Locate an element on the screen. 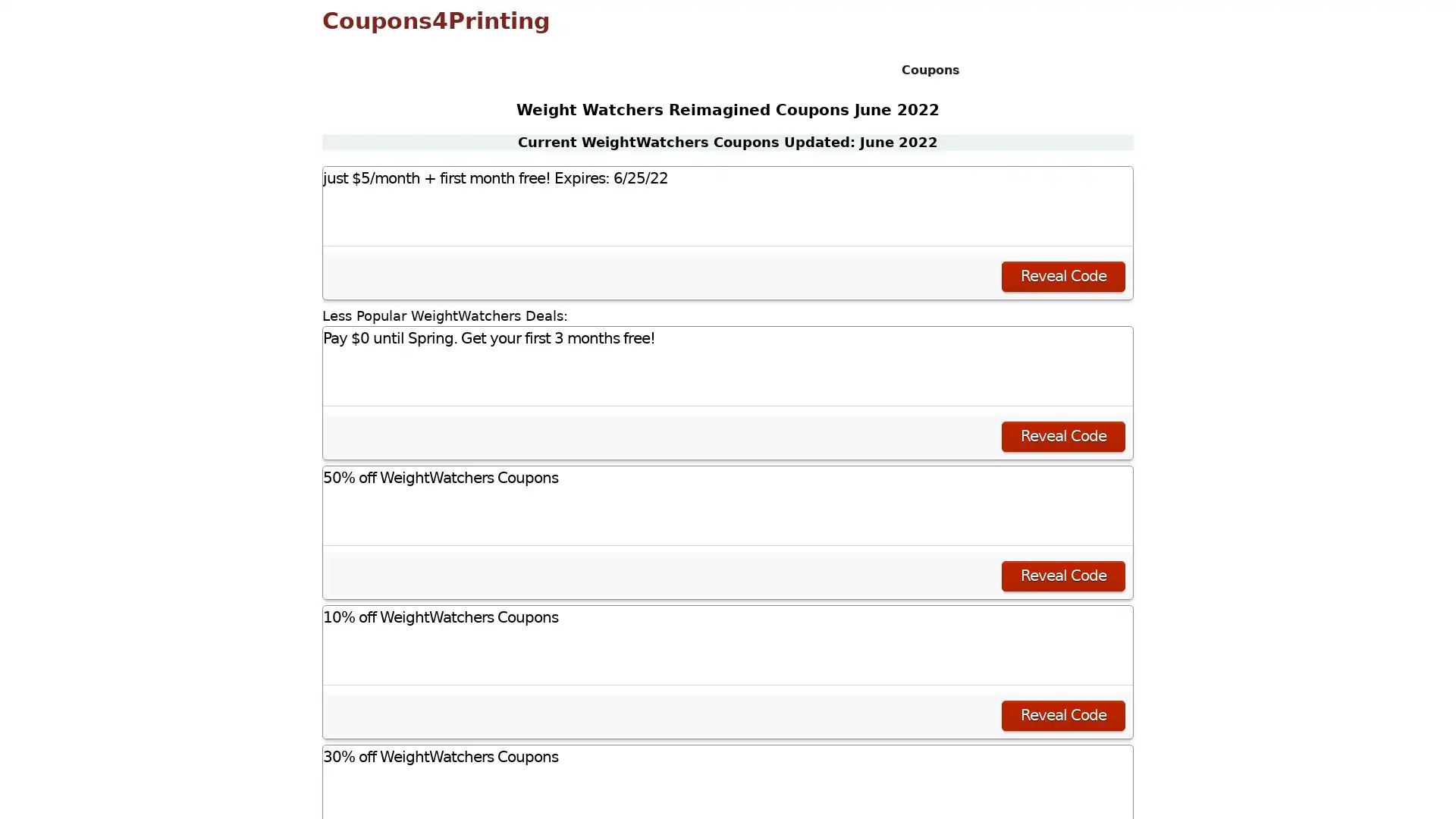 The height and width of the screenshot is (819, 1456). Reveal Code is located at coordinates (1062, 576).